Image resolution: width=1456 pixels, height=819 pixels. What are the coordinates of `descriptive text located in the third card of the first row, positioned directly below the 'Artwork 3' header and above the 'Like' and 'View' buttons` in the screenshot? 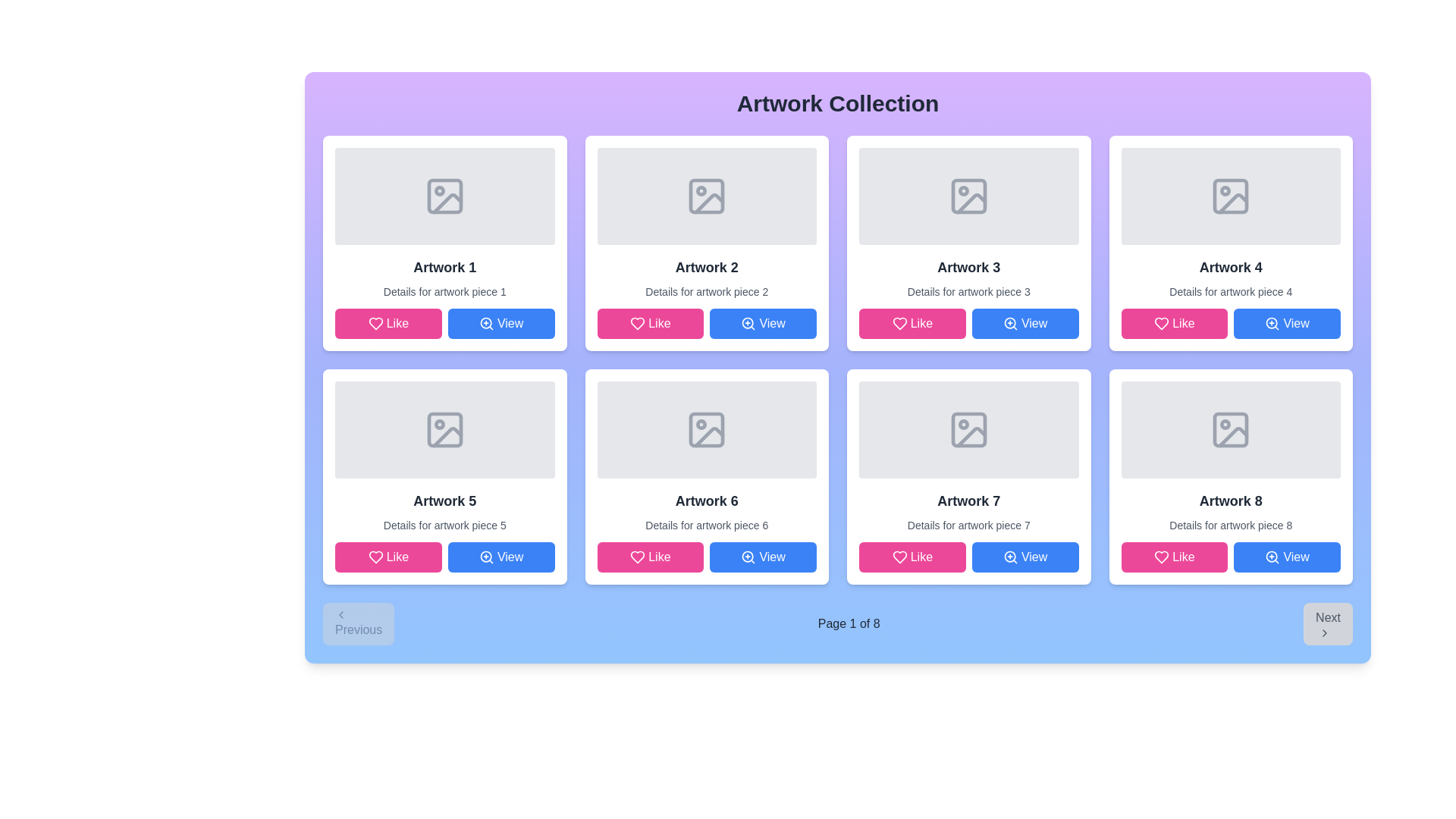 It's located at (968, 292).